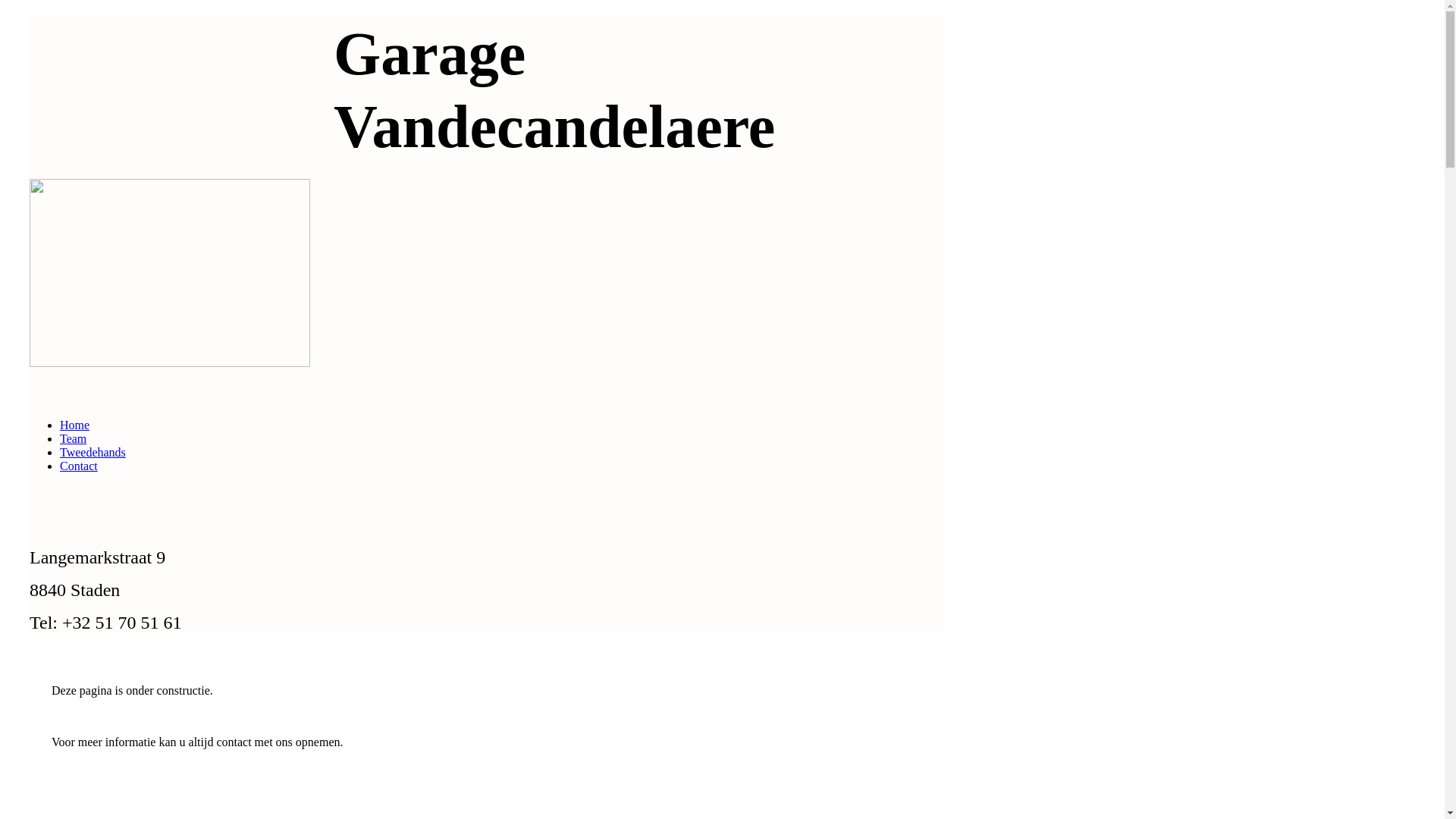  What do you see at coordinates (74, 425) in the screenshot?
I see `'Home'` at bounding box center [74, 425].